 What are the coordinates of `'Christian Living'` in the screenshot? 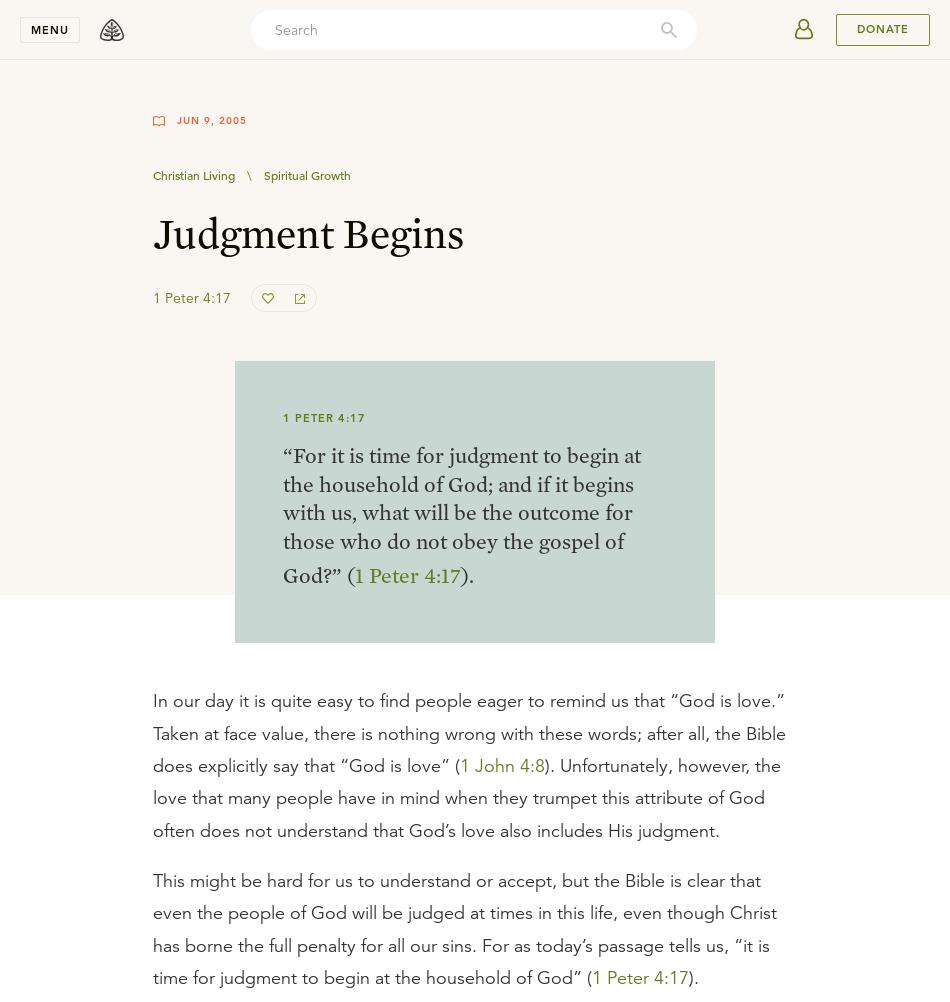 It's located at (193, 174).